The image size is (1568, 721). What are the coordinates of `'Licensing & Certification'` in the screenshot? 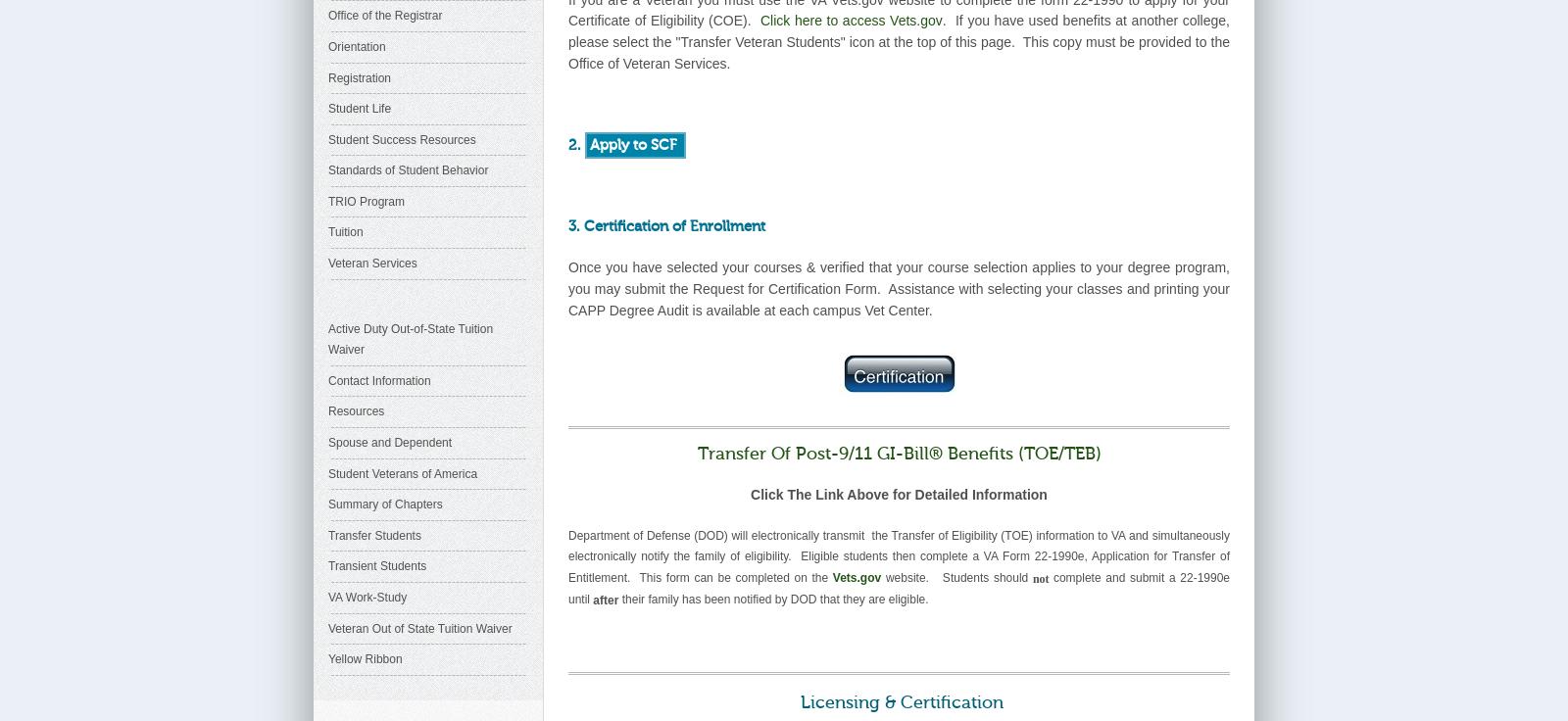 It's located at (895, 700).